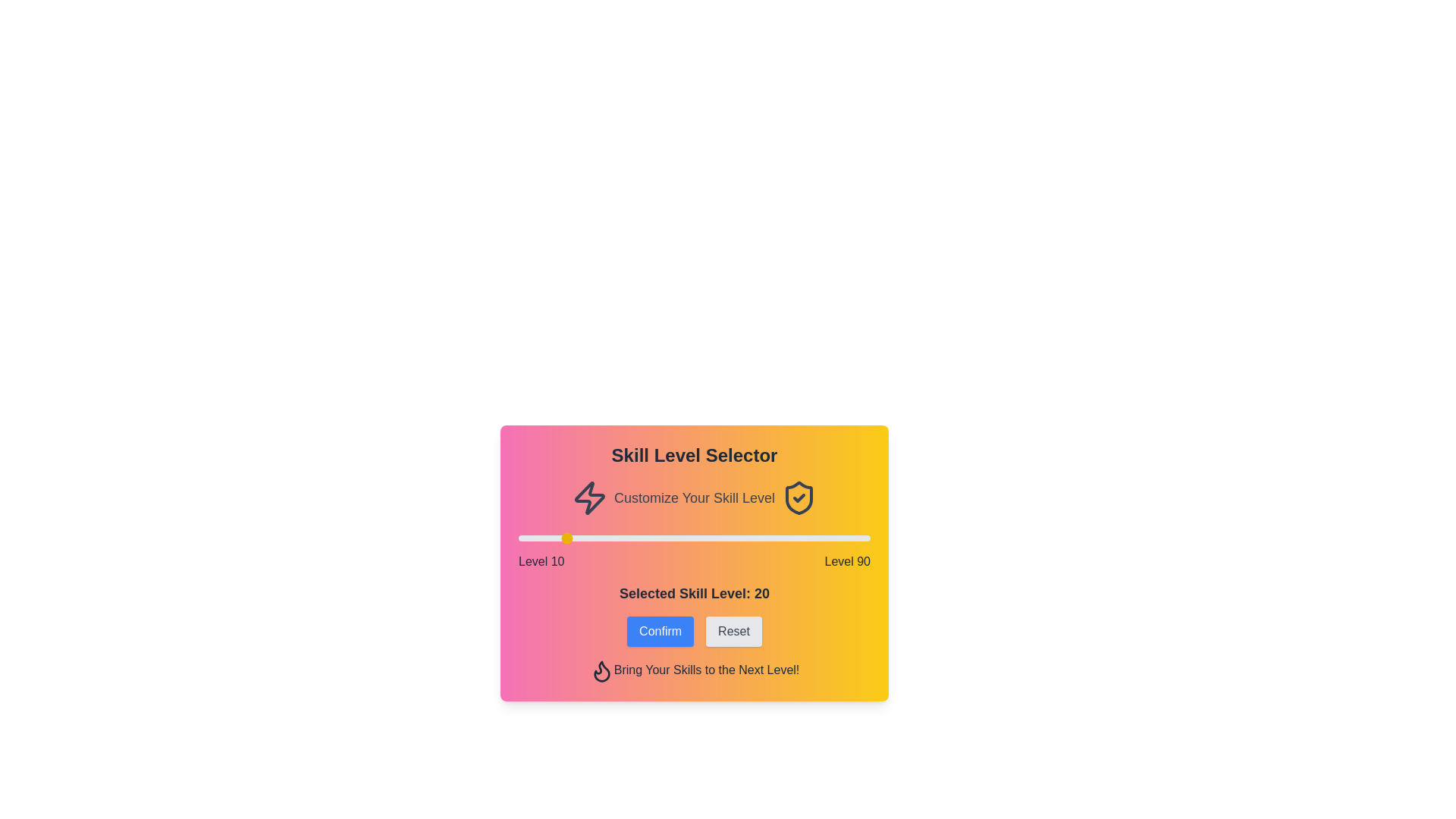 This screenshot has height=819, width=1456. I want to click on the skill level slider to 16, so click(544, 537).